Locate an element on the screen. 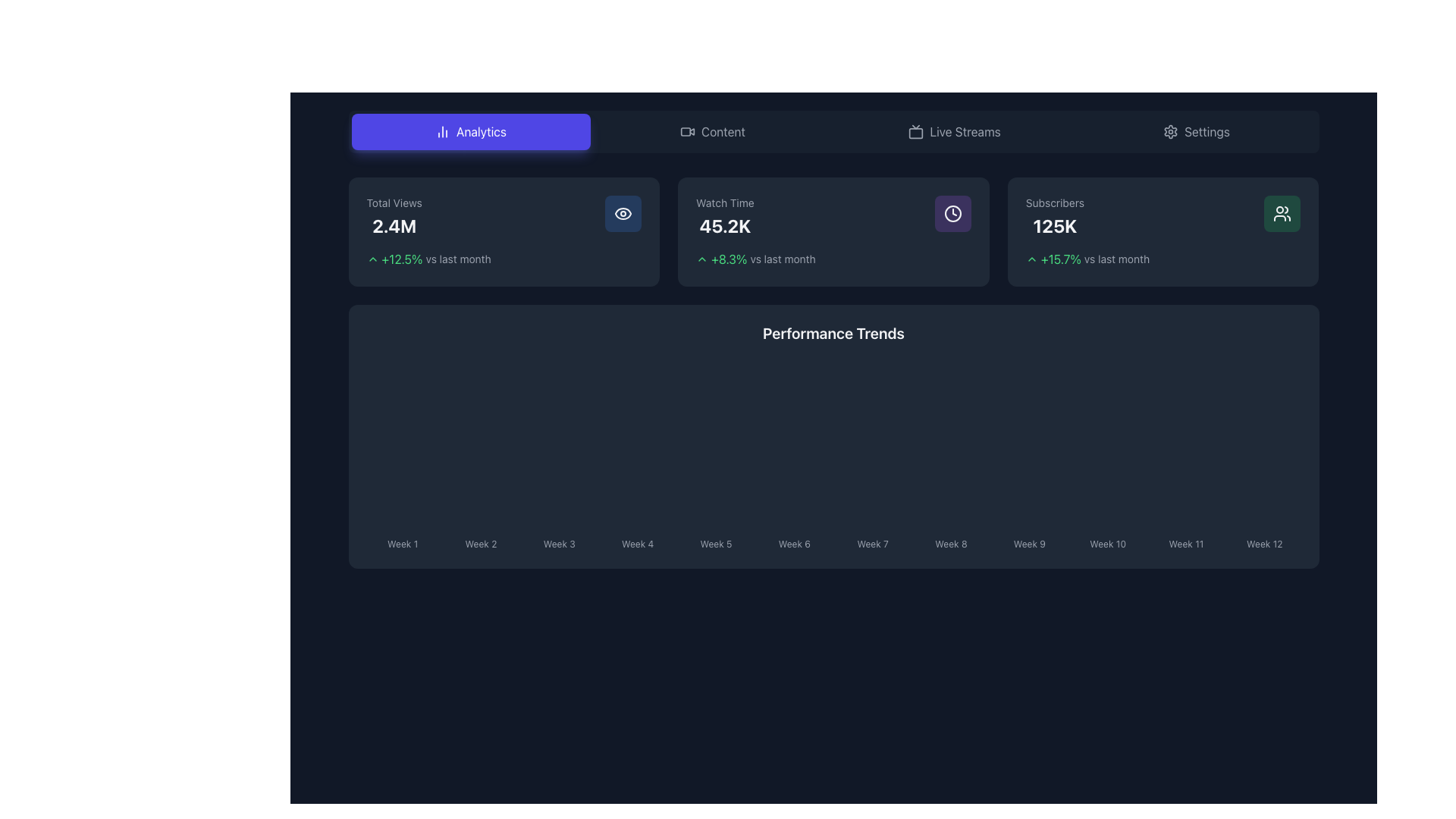 This screenshot has height=819, width=1456. the eye-shaped icon located at the top-right corner of the 'Total Views' card, which features a minimalist design with a stroked outline and smooth curves is located at coordinates (623, 213).